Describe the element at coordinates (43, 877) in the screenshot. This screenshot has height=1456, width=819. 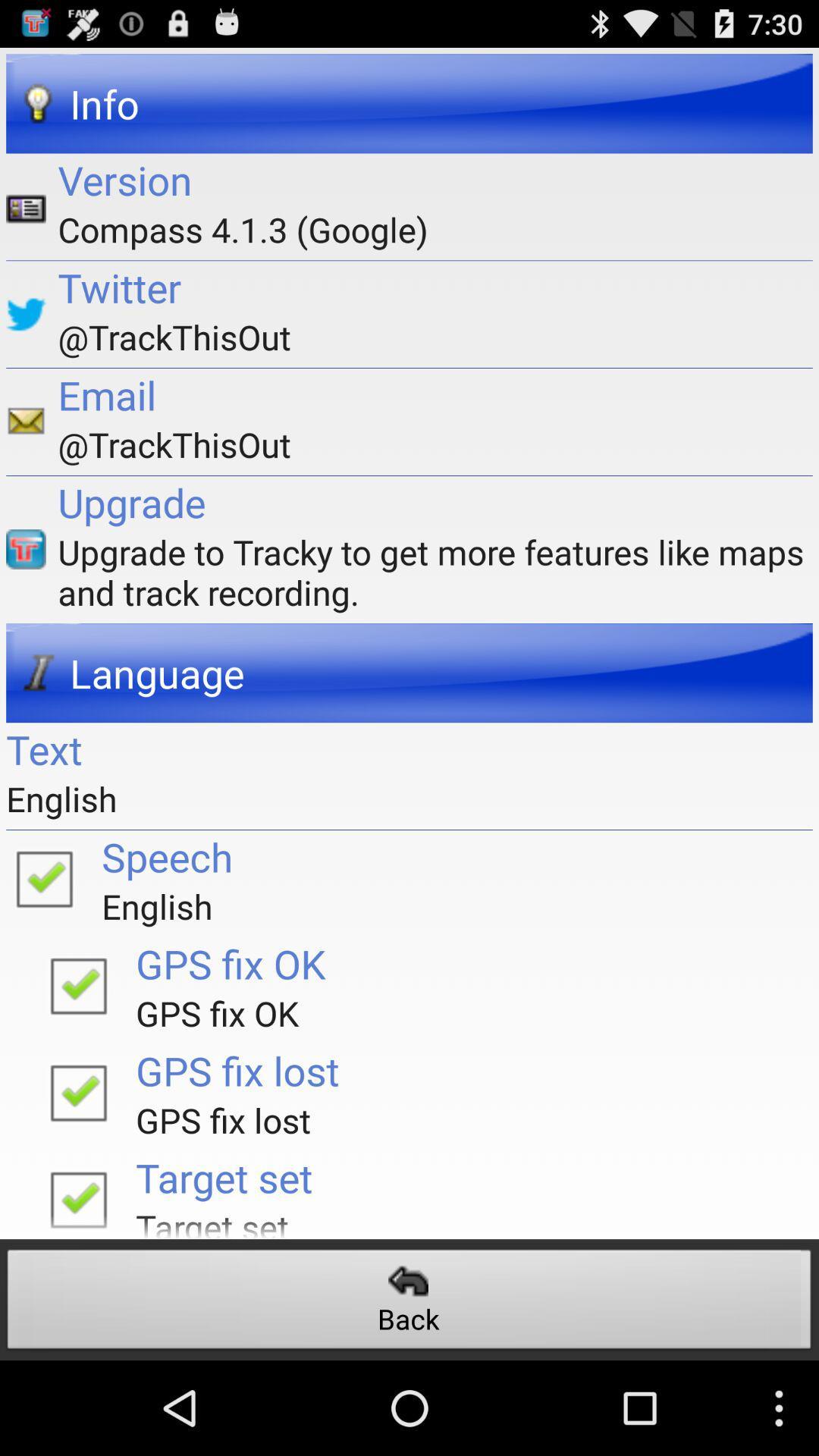
I see `click option` at that location.